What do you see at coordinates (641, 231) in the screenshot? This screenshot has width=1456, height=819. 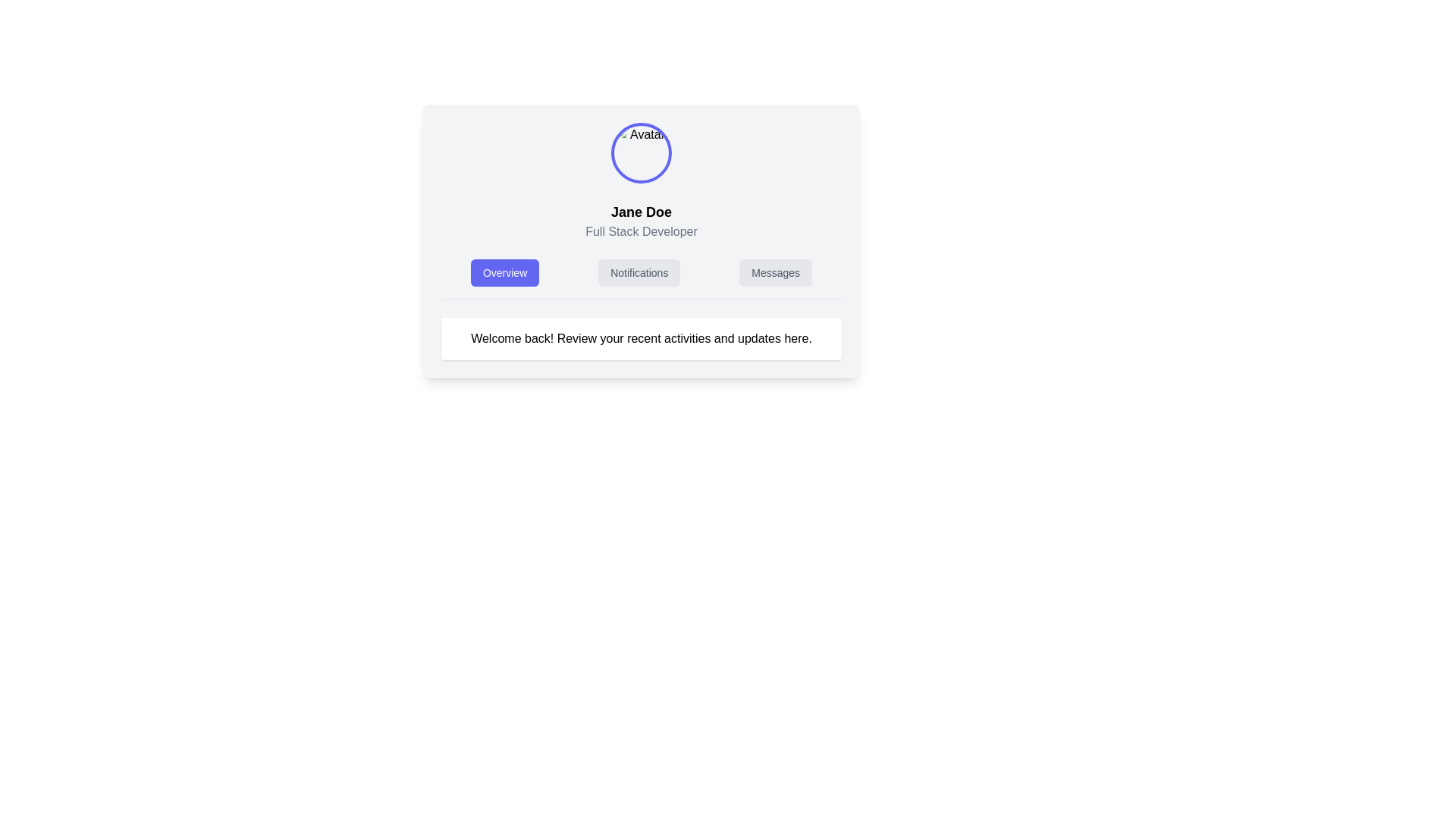 I see `the static text label that identifies the individual's occupation as 'Full Stack Developer', located beneath 'Jane Doe' and above the buttons labeled 'Overview', 'Notifications', and 'Messages'` at bounding box center [641, 231].